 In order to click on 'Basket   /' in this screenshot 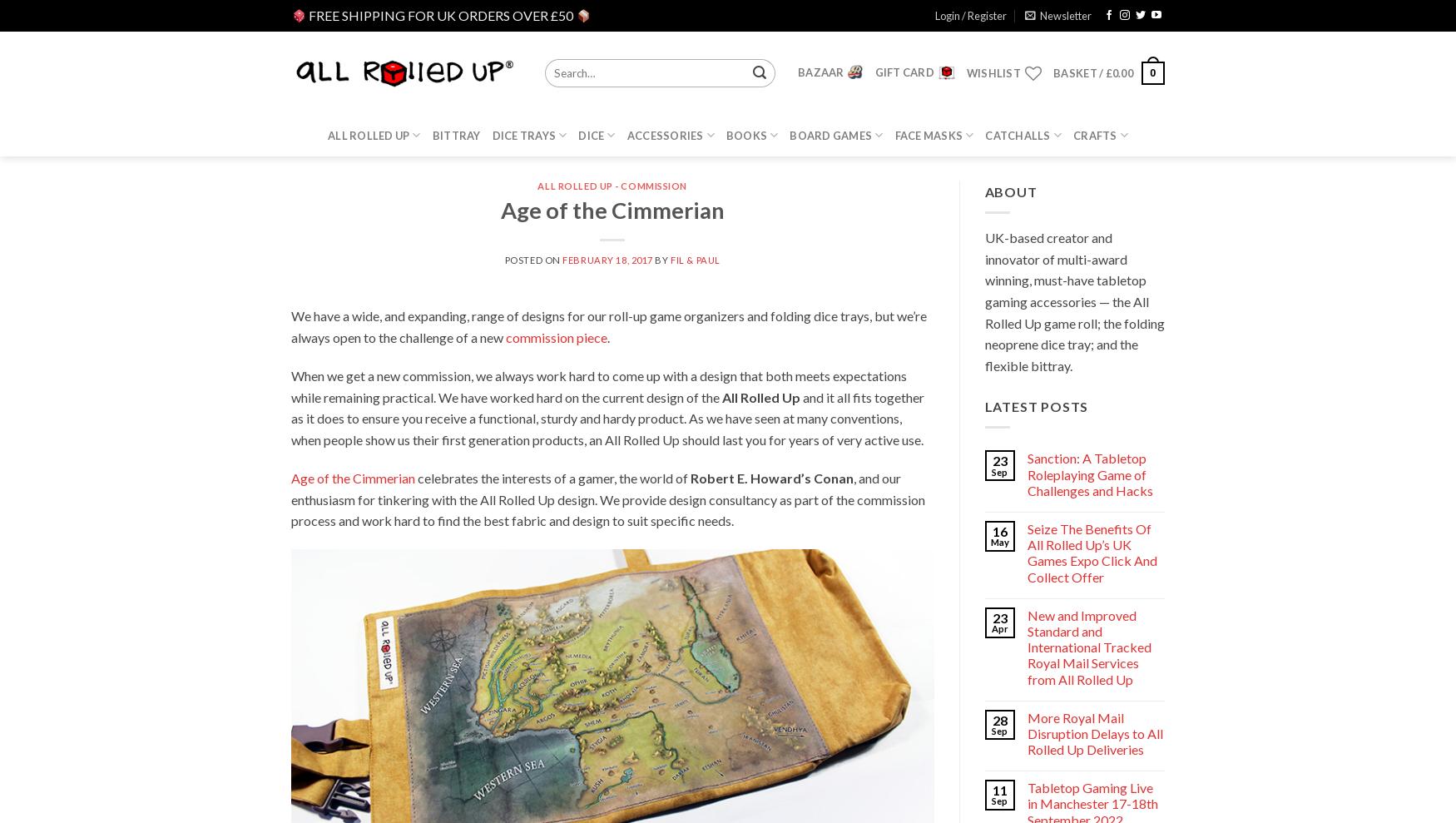, I will do `click(1077, 73)`.